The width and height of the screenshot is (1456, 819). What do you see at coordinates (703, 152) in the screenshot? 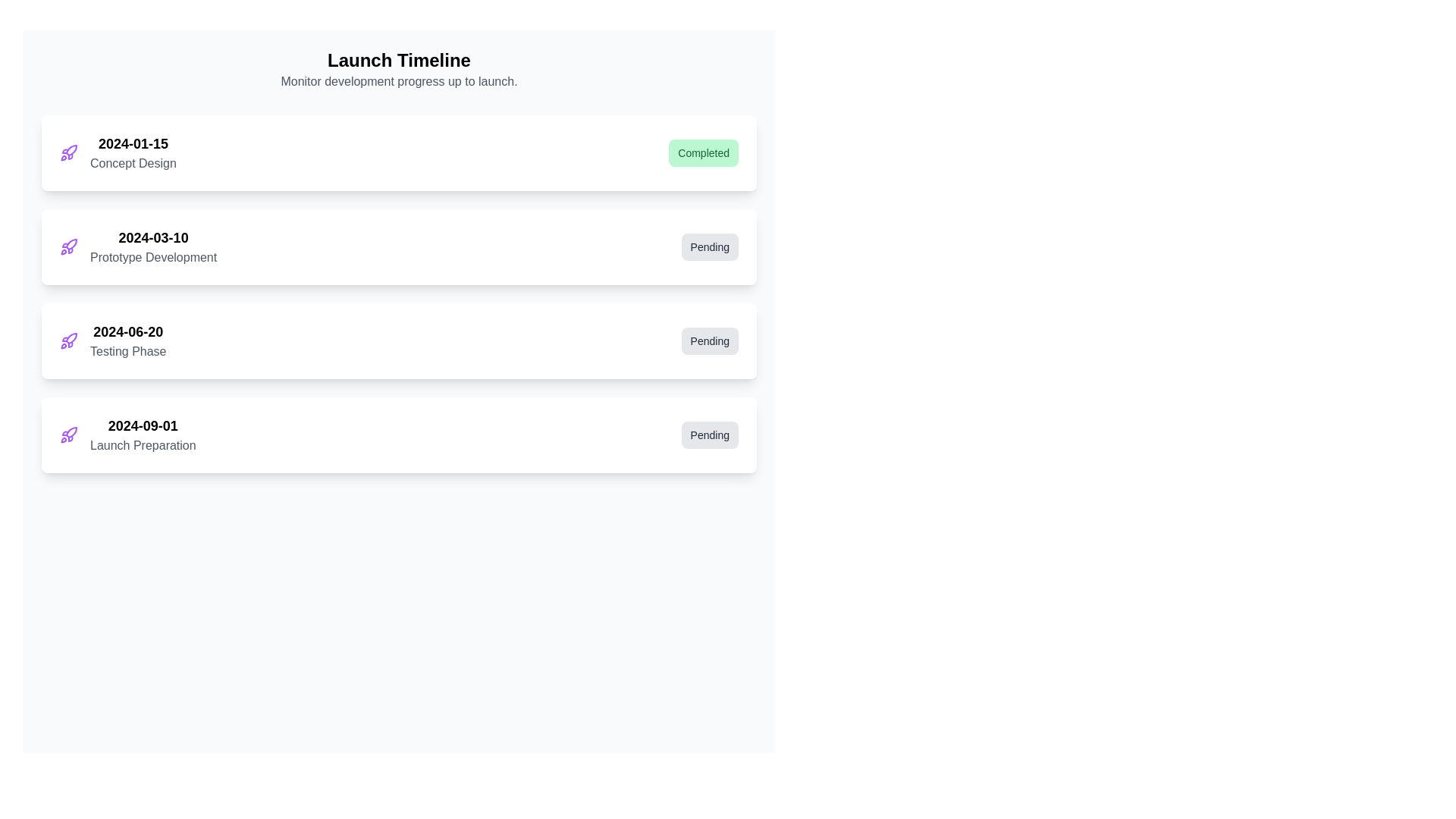
I see `the status indicator label for the milestone '2024-01-15 Concept Design' located in the 'Launch Timeline' section, which displays the completion status` at bounding box center [703, 152].